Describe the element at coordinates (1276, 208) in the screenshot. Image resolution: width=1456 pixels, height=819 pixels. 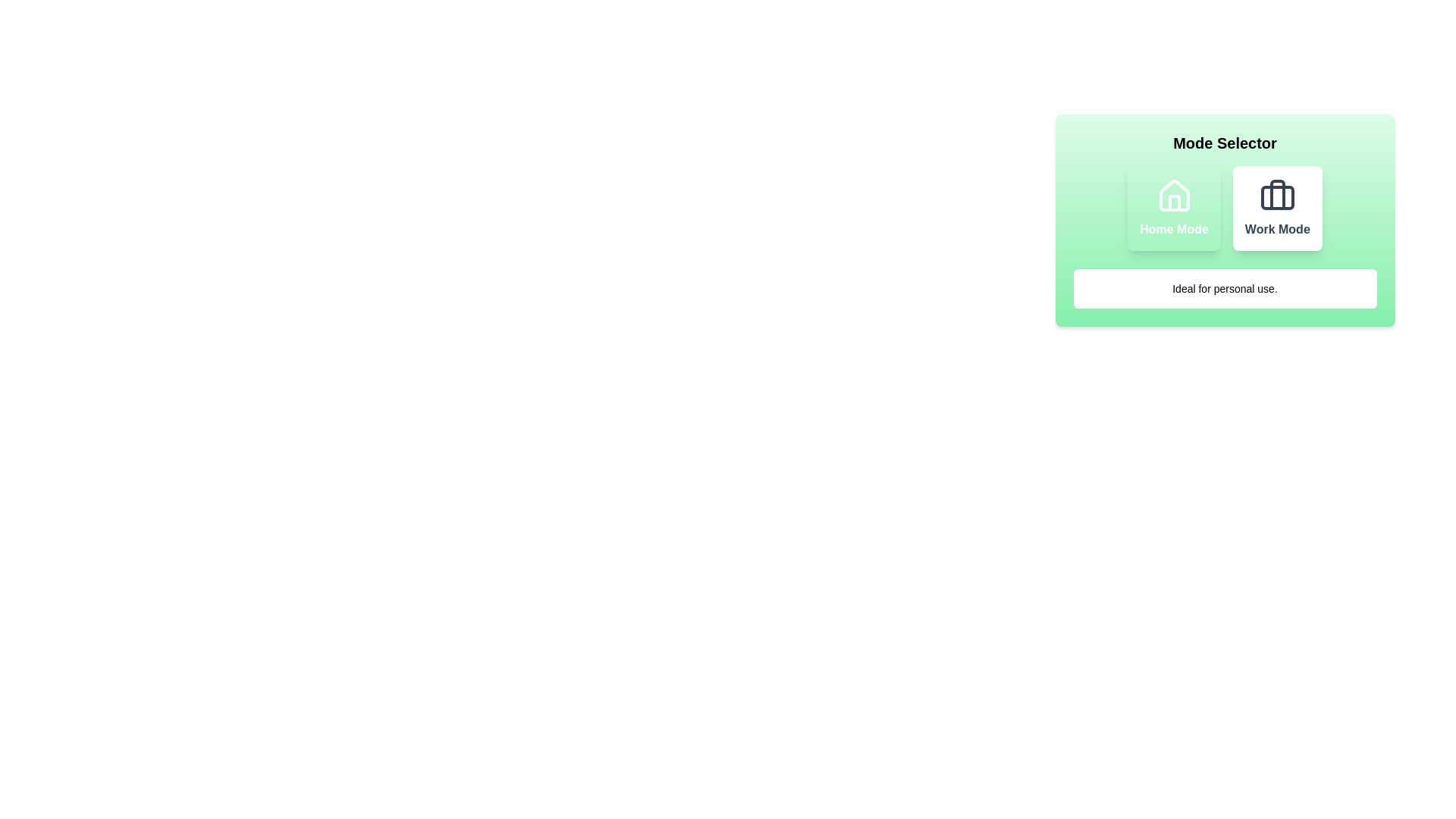
I see `the mode button for Work Mode` at that location.